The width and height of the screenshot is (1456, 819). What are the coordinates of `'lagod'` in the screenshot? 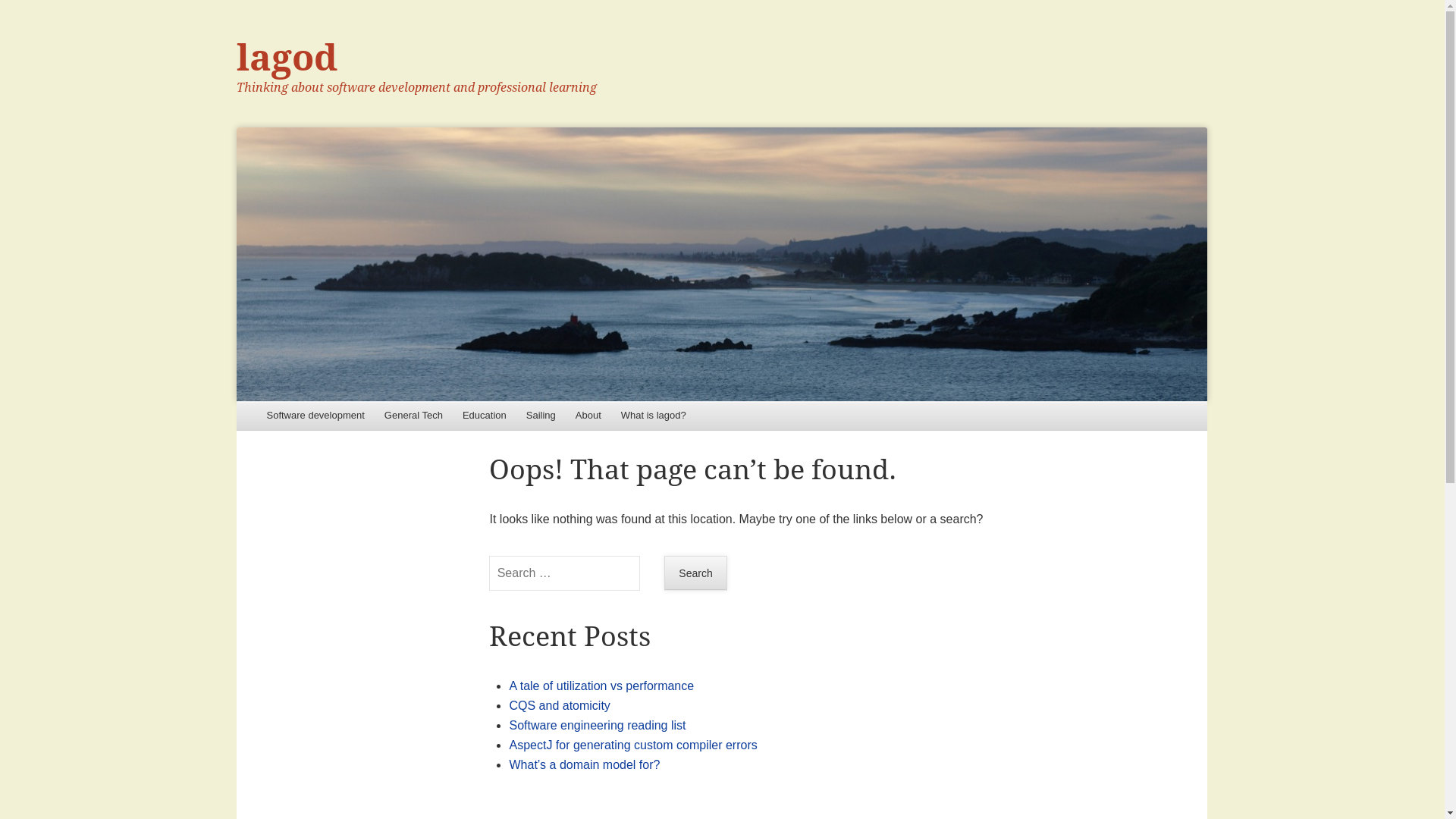 It's located at (287, 57).